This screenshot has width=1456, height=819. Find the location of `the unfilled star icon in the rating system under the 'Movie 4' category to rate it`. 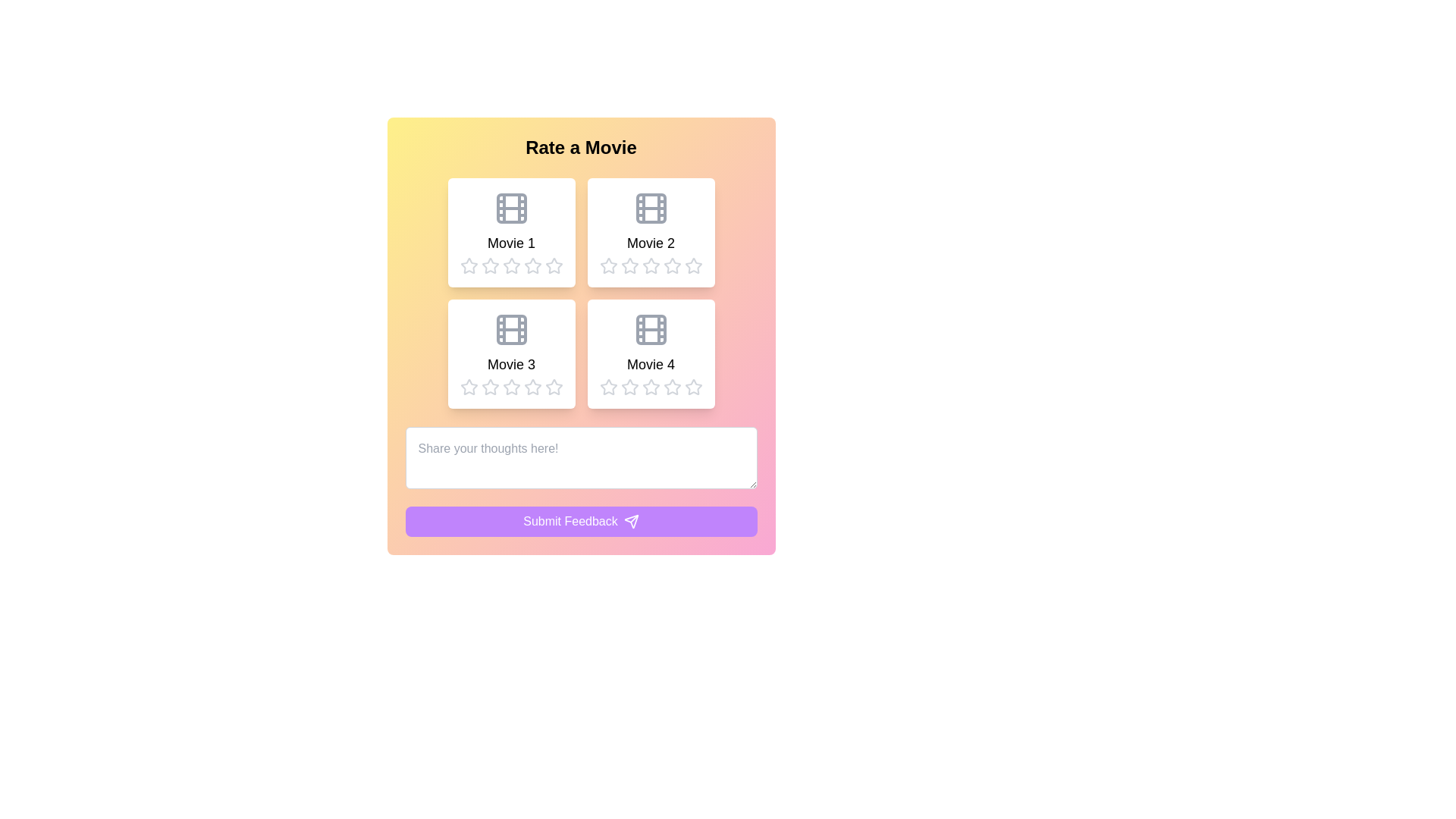

the unfilled star icon in the rating system under the 'Movie 4' category to rate it is located at coordinates (692, 385).